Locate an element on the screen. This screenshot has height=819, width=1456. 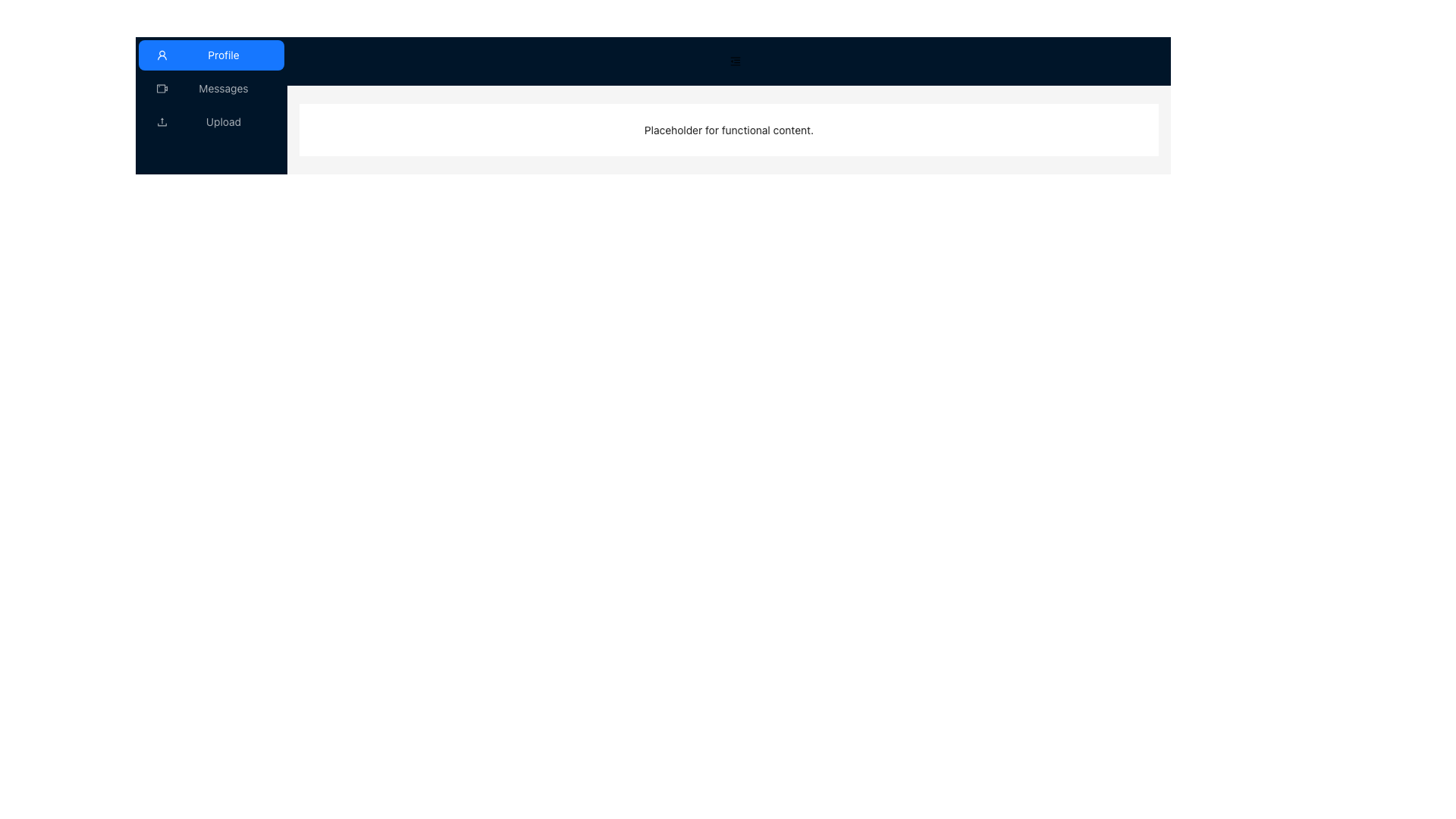
the Sidebar Menu is located at coordinates (210, 104).